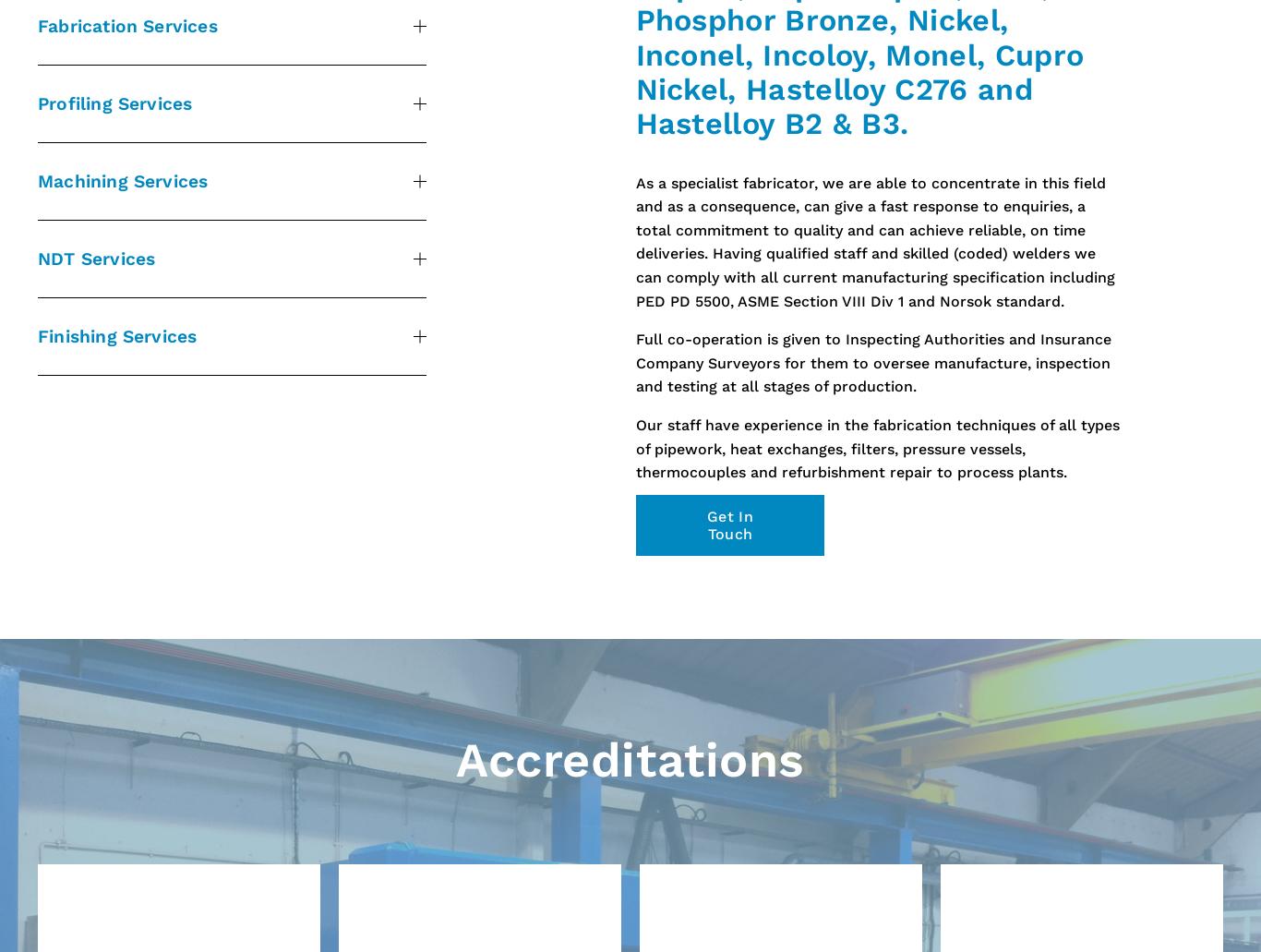 This screenshot has width=1261, height=952. What do you see at coordinates (115, 334) in the screenshot?
I see `'Finishing Services'` at bounding box center [115, 334].